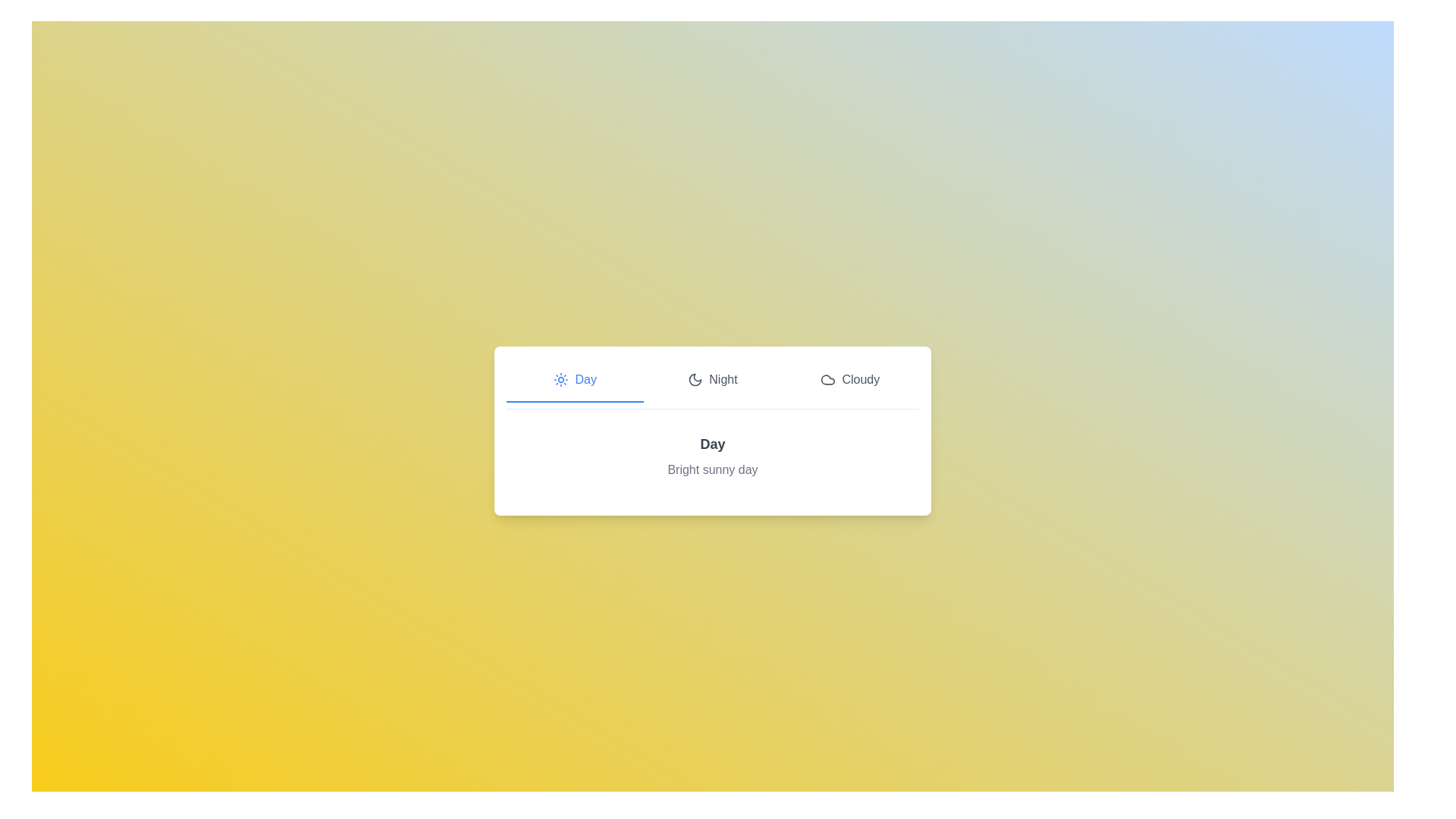 Image resolution: width=1456 pixels, height=819 pixels. I want to click on the tab Day to view its content, so click(574, 379).